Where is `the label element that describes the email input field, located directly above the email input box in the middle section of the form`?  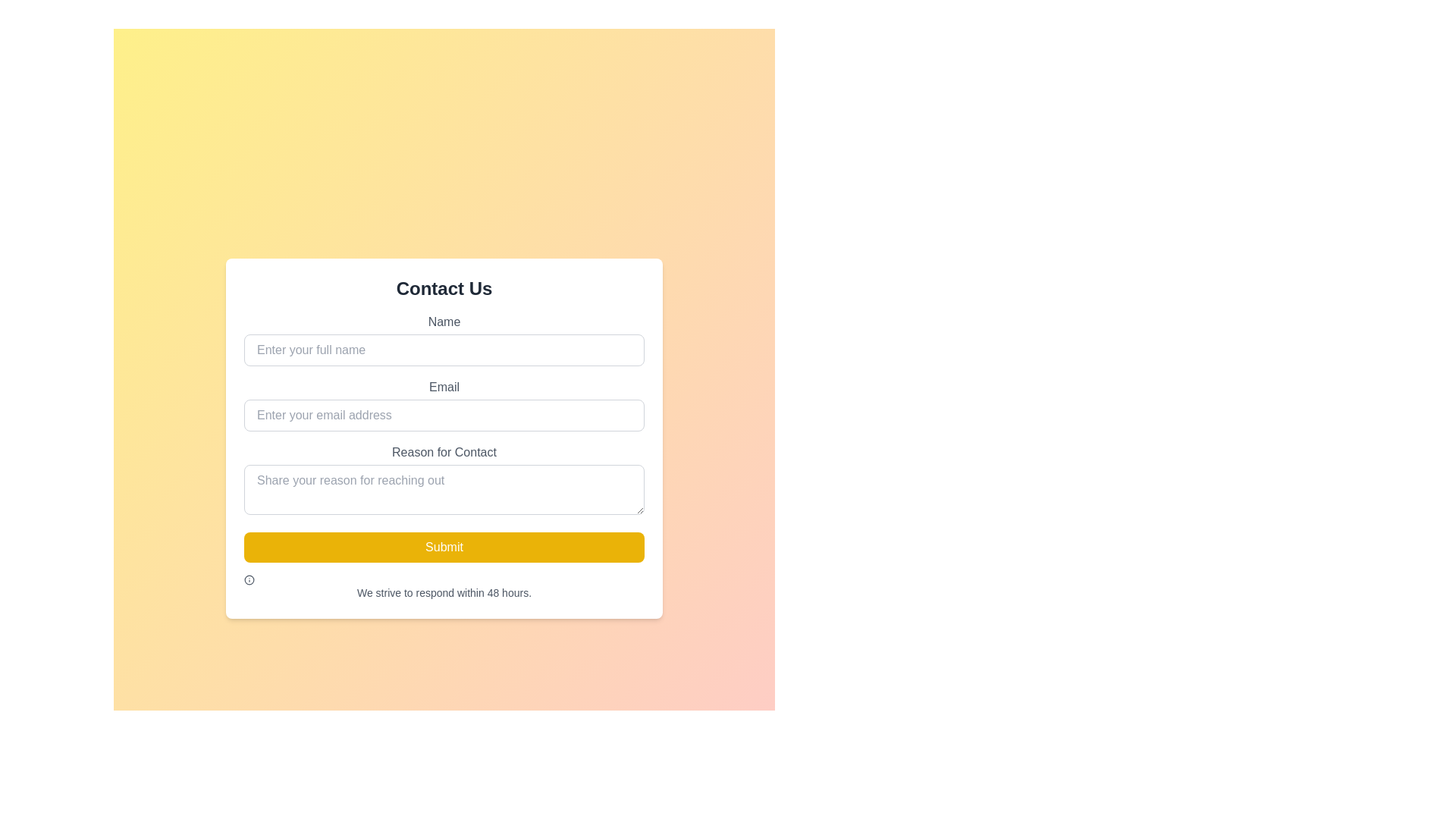
the label element that describes the email input field, located directly above the email input box in the middle section of the form is located at coordinates (443, 385).